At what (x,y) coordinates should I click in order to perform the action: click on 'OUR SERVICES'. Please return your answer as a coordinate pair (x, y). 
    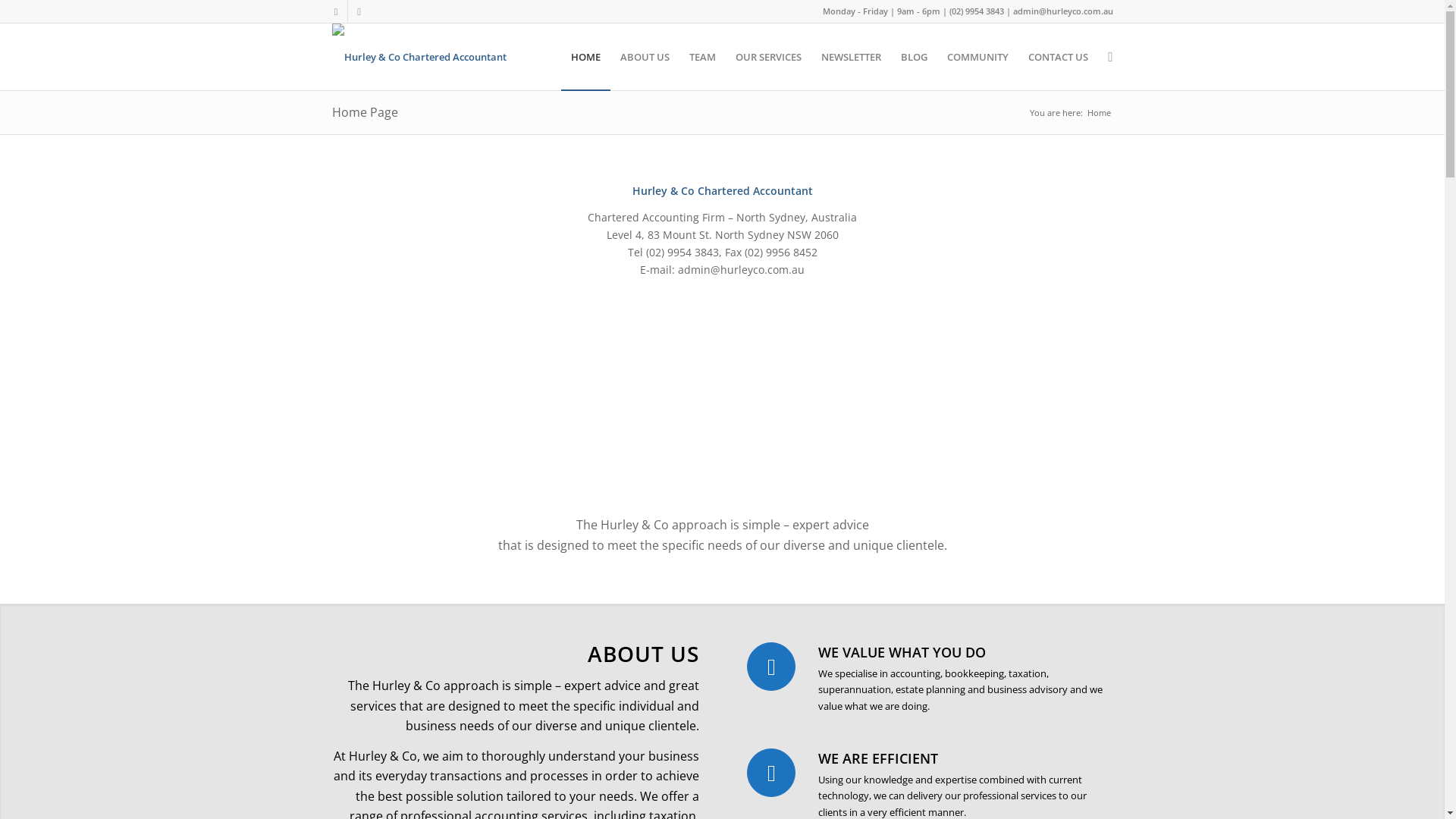
    Looking at the image, I should click on (768, 55).